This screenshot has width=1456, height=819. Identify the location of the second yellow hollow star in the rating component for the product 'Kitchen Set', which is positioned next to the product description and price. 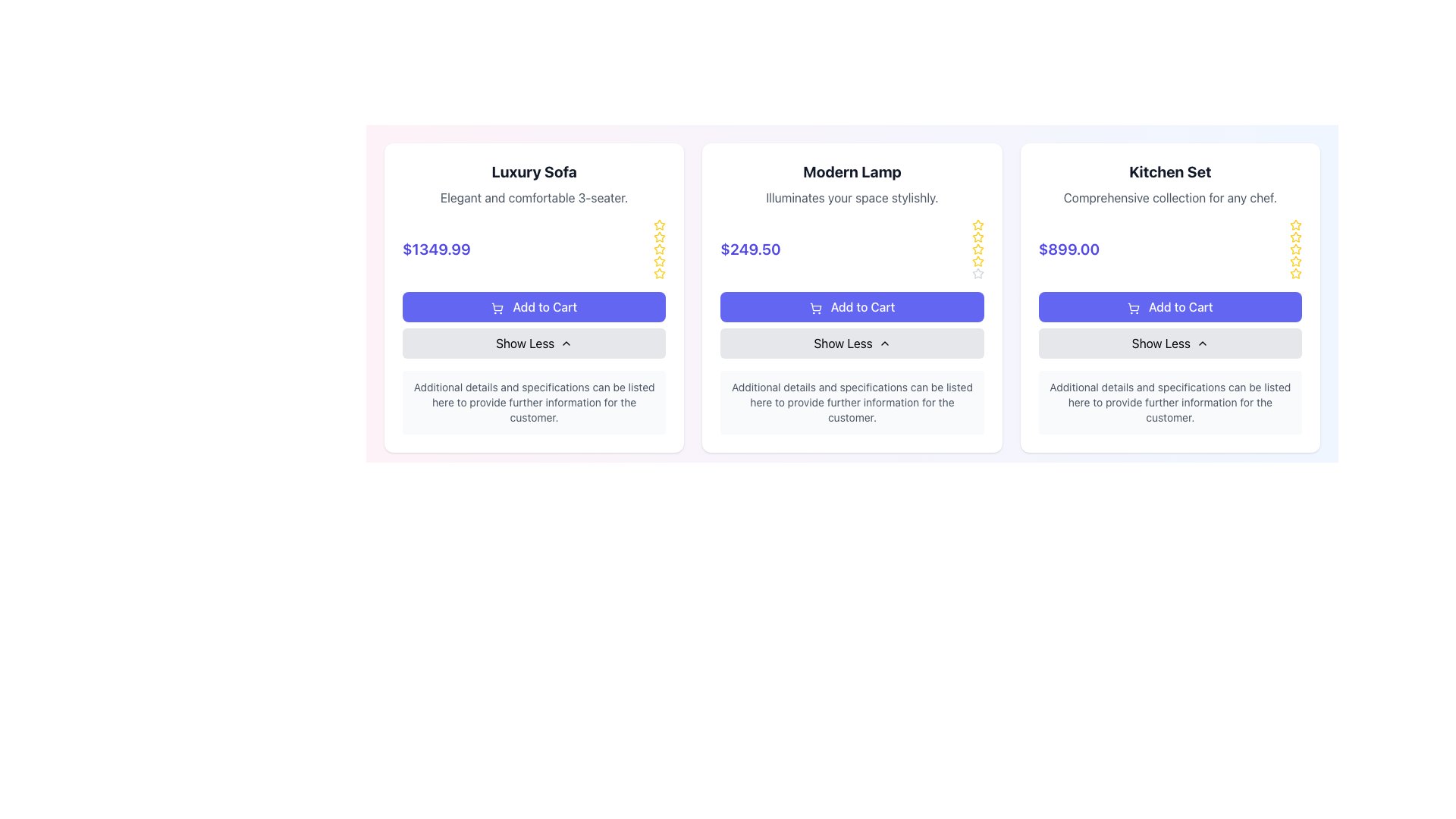
(1294, 248).